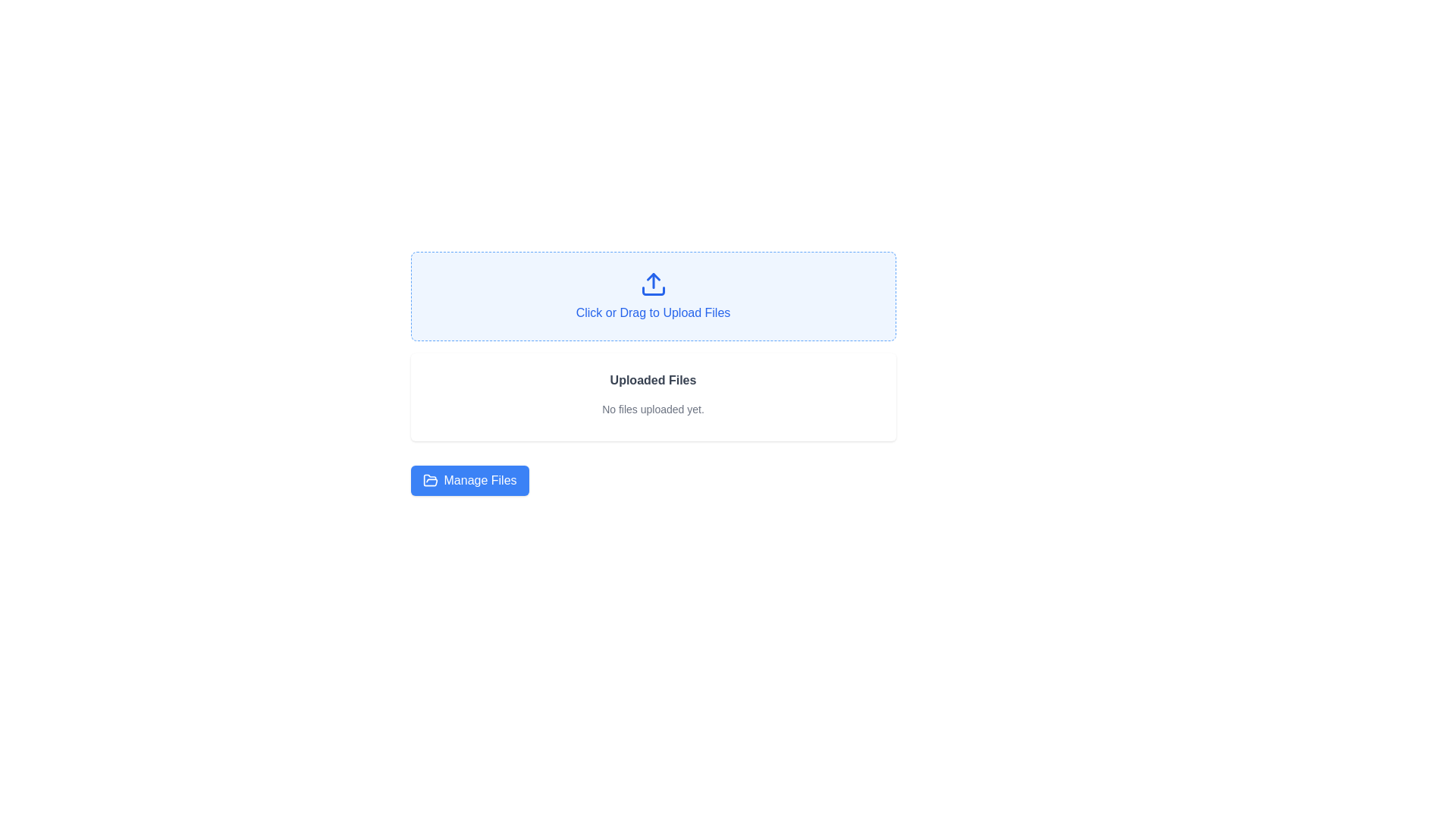 This screenshot has width=1456, height=819. I want to click on the 'Manage Files' button, which is visually represented by an open folder icon on its left side, so click(429, 480).